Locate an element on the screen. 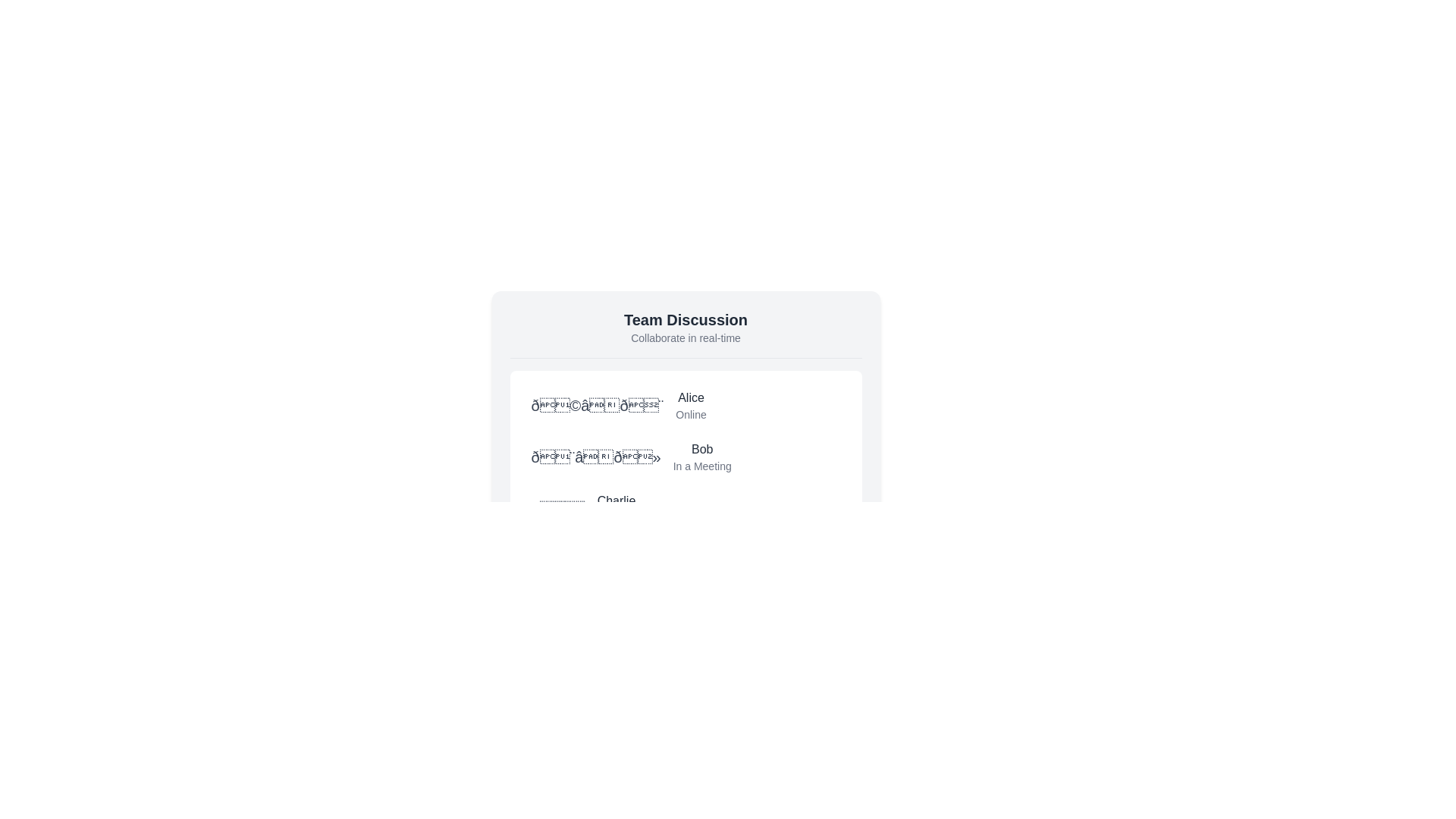 The height and width of the screenshot is (819, 1456). the status label indicating that 'Bob' is currently 'In a Meeting', which is located below his name in the vertical list layout is located at coordinates (701, 465).